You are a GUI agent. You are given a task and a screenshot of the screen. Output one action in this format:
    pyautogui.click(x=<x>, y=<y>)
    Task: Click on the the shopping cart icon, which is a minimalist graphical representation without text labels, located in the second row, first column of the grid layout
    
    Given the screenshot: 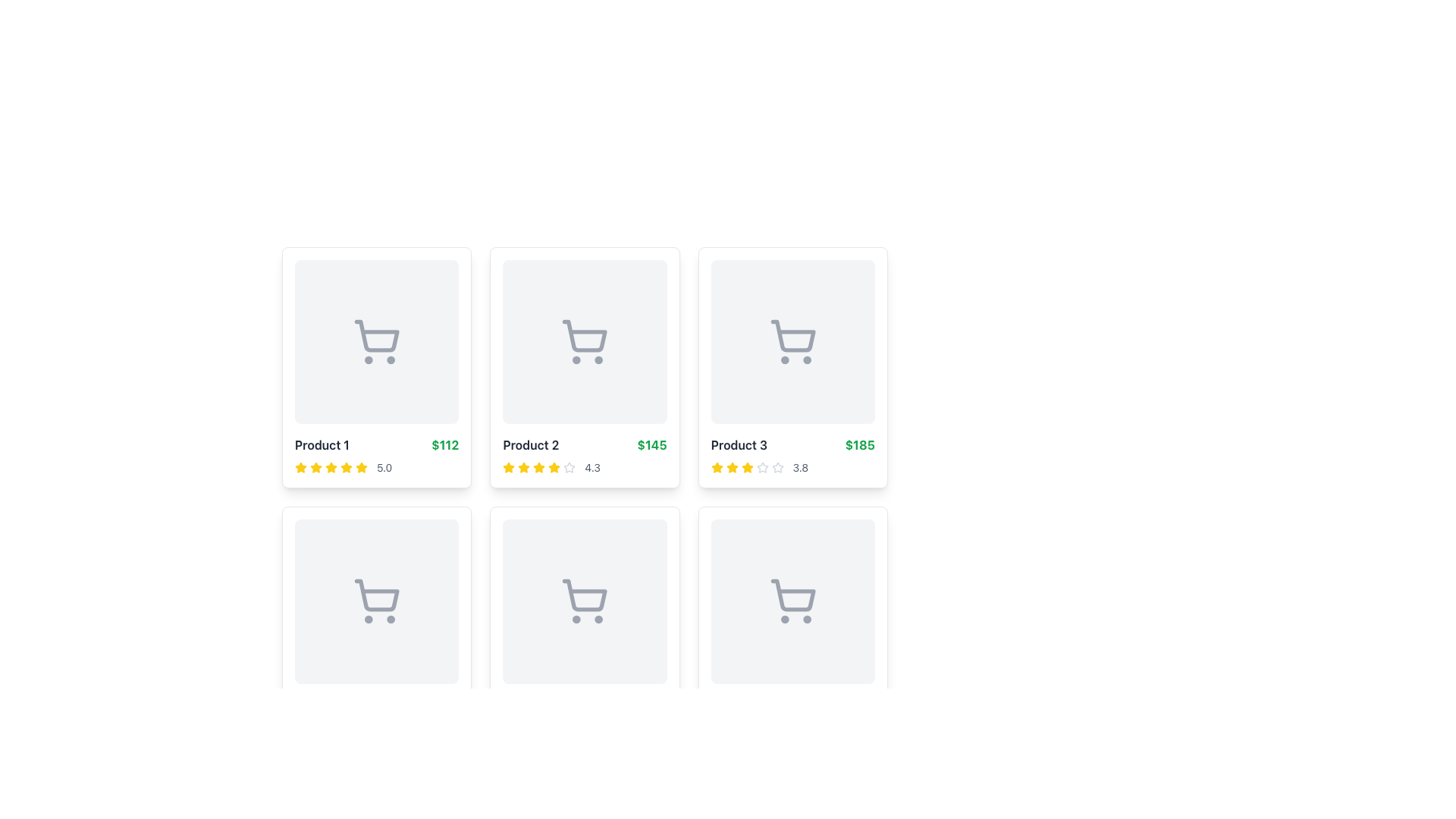 What is the action you would take?
    pyautogui.click(x=377, y=595)
    